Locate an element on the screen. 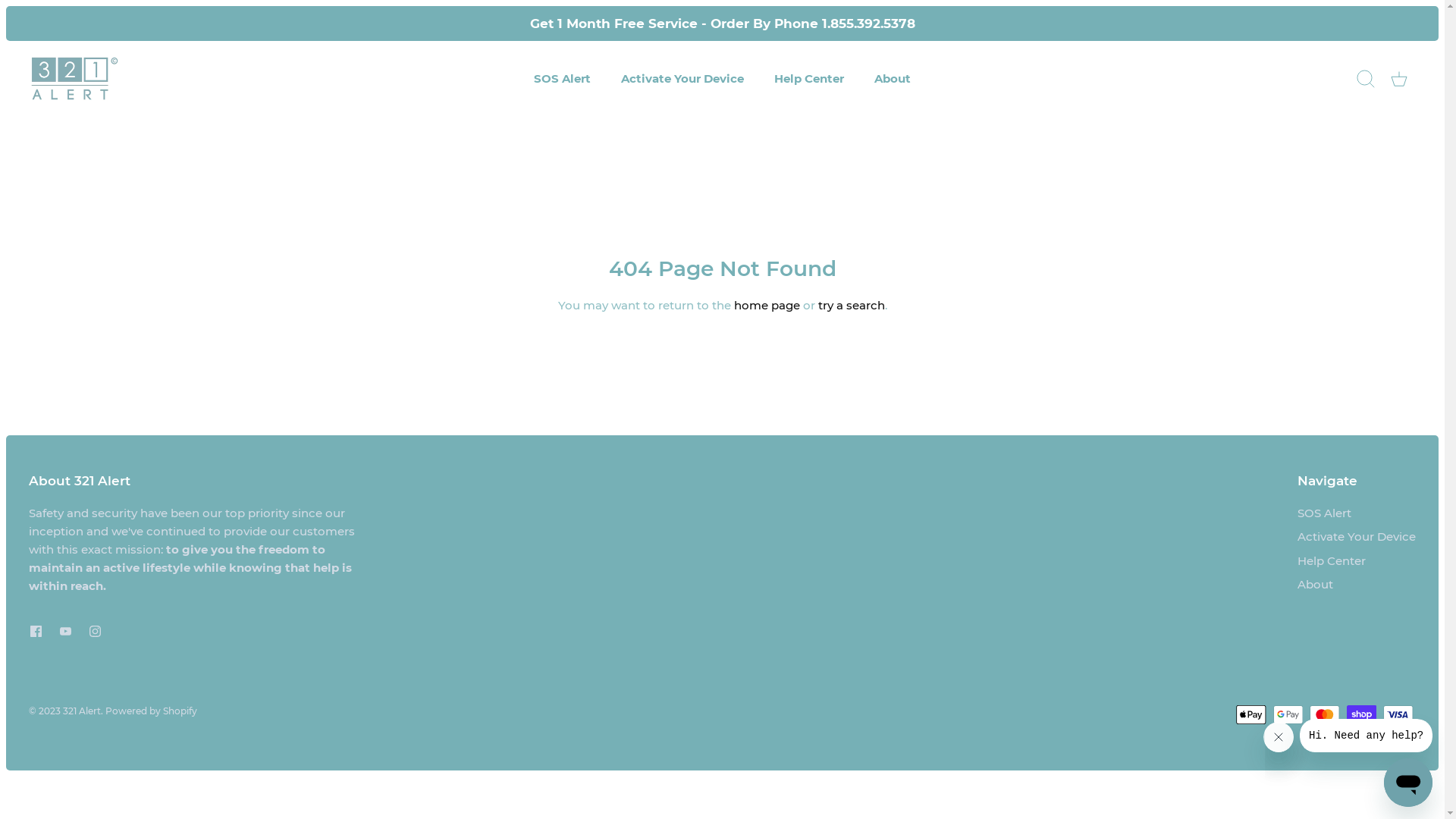  'Close message' is located at coordinates (1277, 736).